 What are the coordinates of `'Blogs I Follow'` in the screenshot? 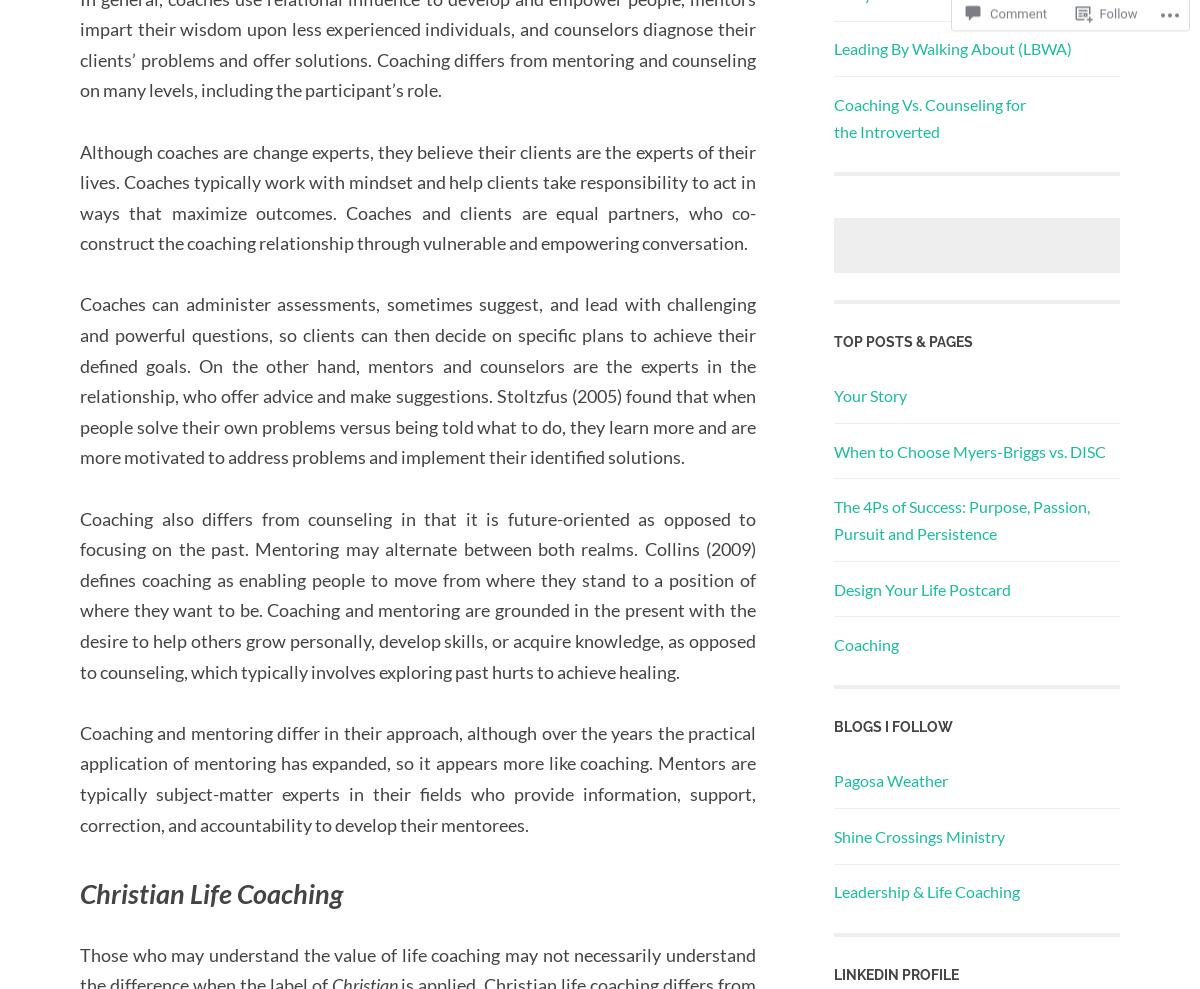 It's located at (892, 727).